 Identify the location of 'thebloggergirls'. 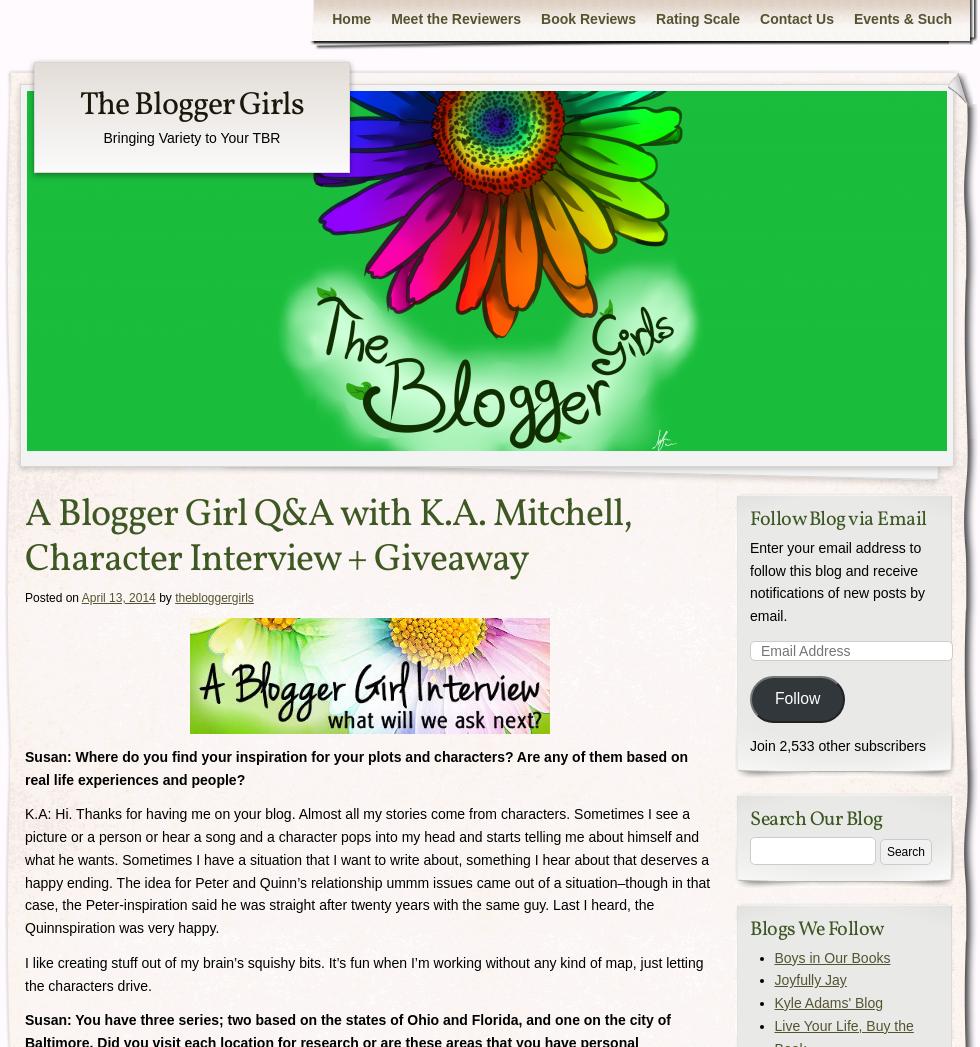
(214, 595).